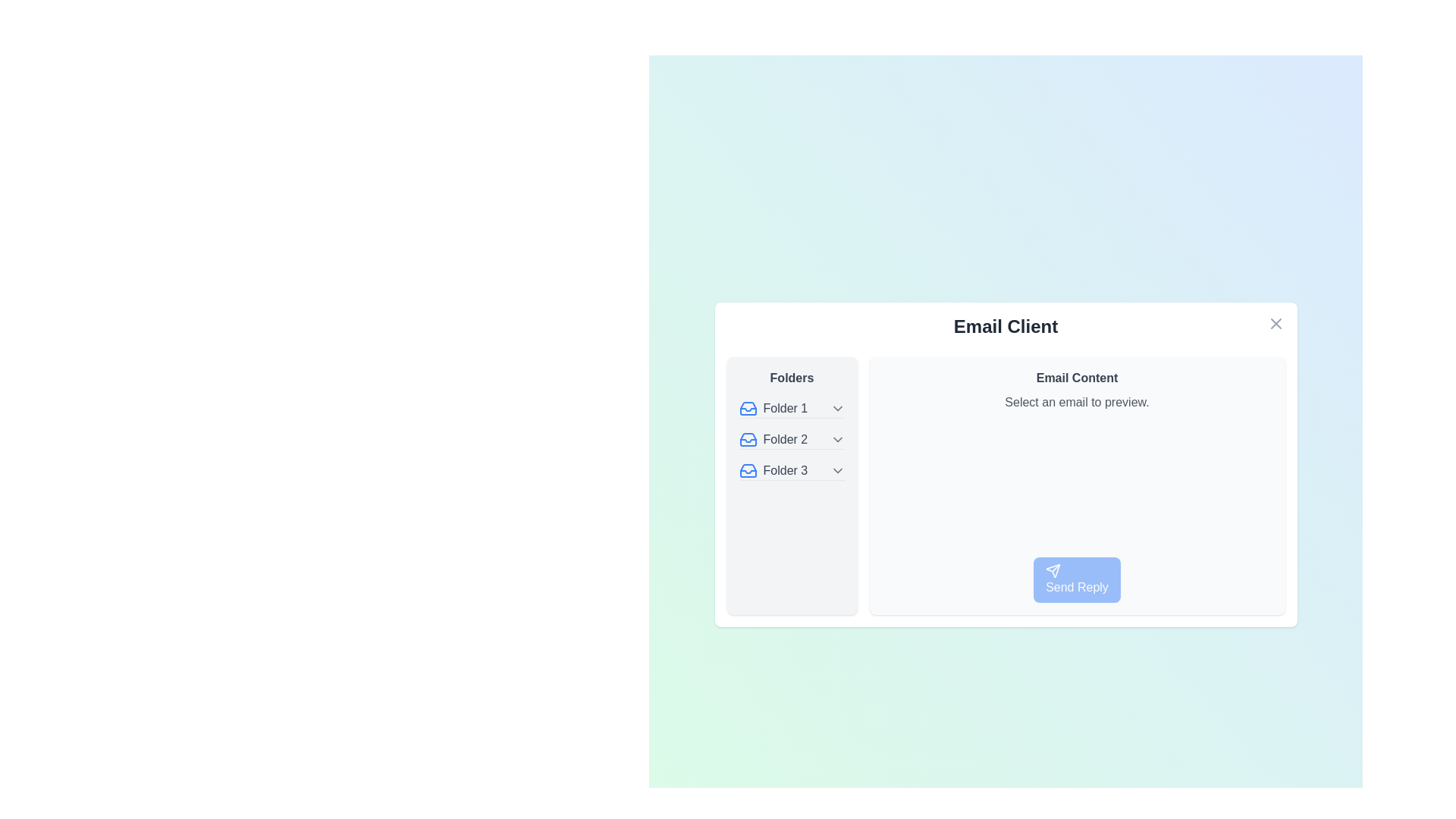 The width and height of the screenshot is (1456, 819). Describe the element at coordinates (773, 470) in the screenshot. I see `the 'Folder 3' list item in the Folders section` at that location.